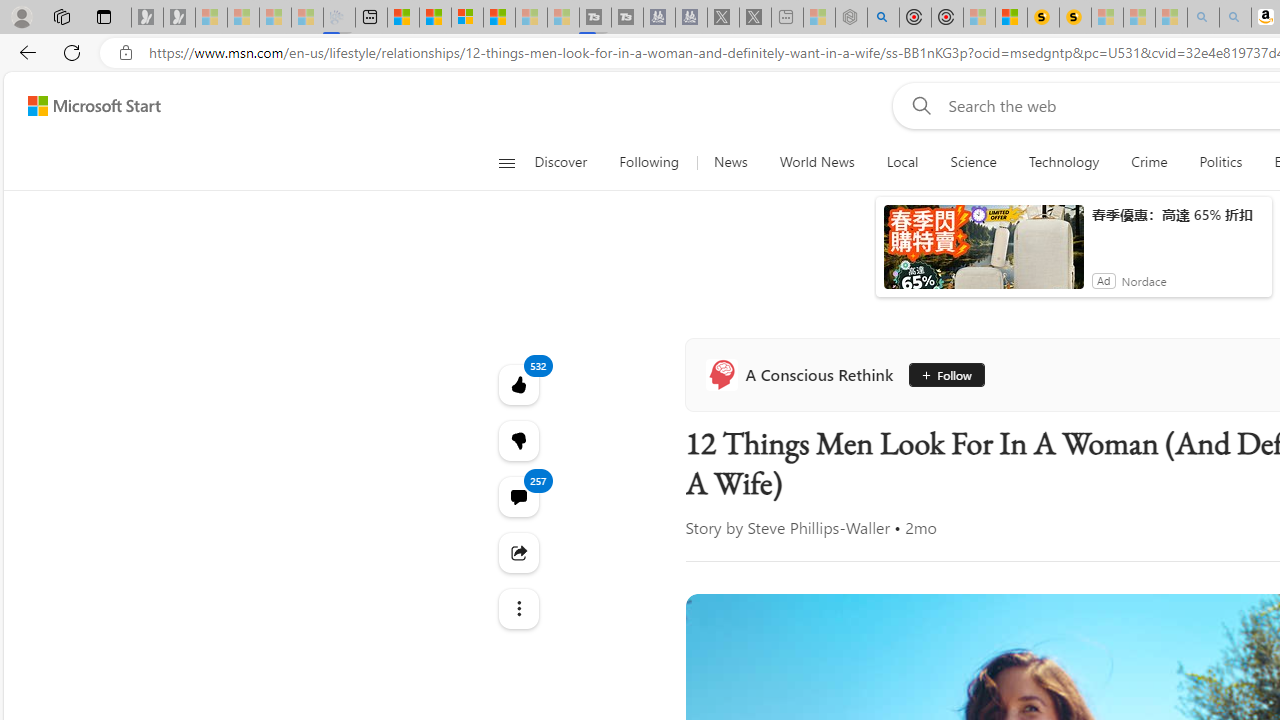 The height and width of the screenshot is (720, 1280). What do you see at coordinates (518, 552) in the screenshot?
I see `'Share this story'` at bounding box center [518, 552].